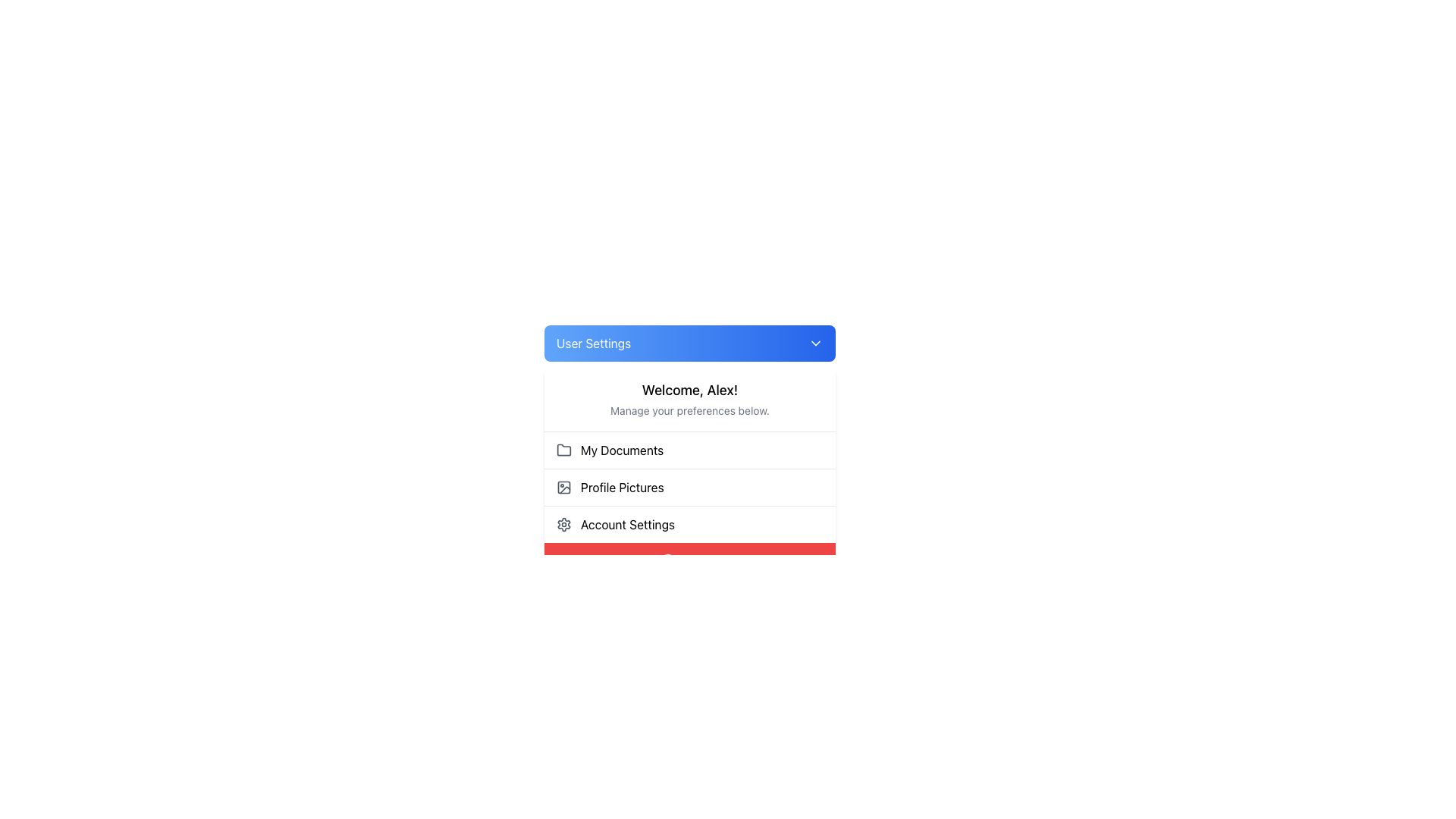 Image resolution: width=1456 pixels, height=819 pixels. What do you see at coordinates (563, 449) in the screenshot?
I see `the first icon in the vertical list that represents the 'My Documents' section` at bounding box center [563, 449].